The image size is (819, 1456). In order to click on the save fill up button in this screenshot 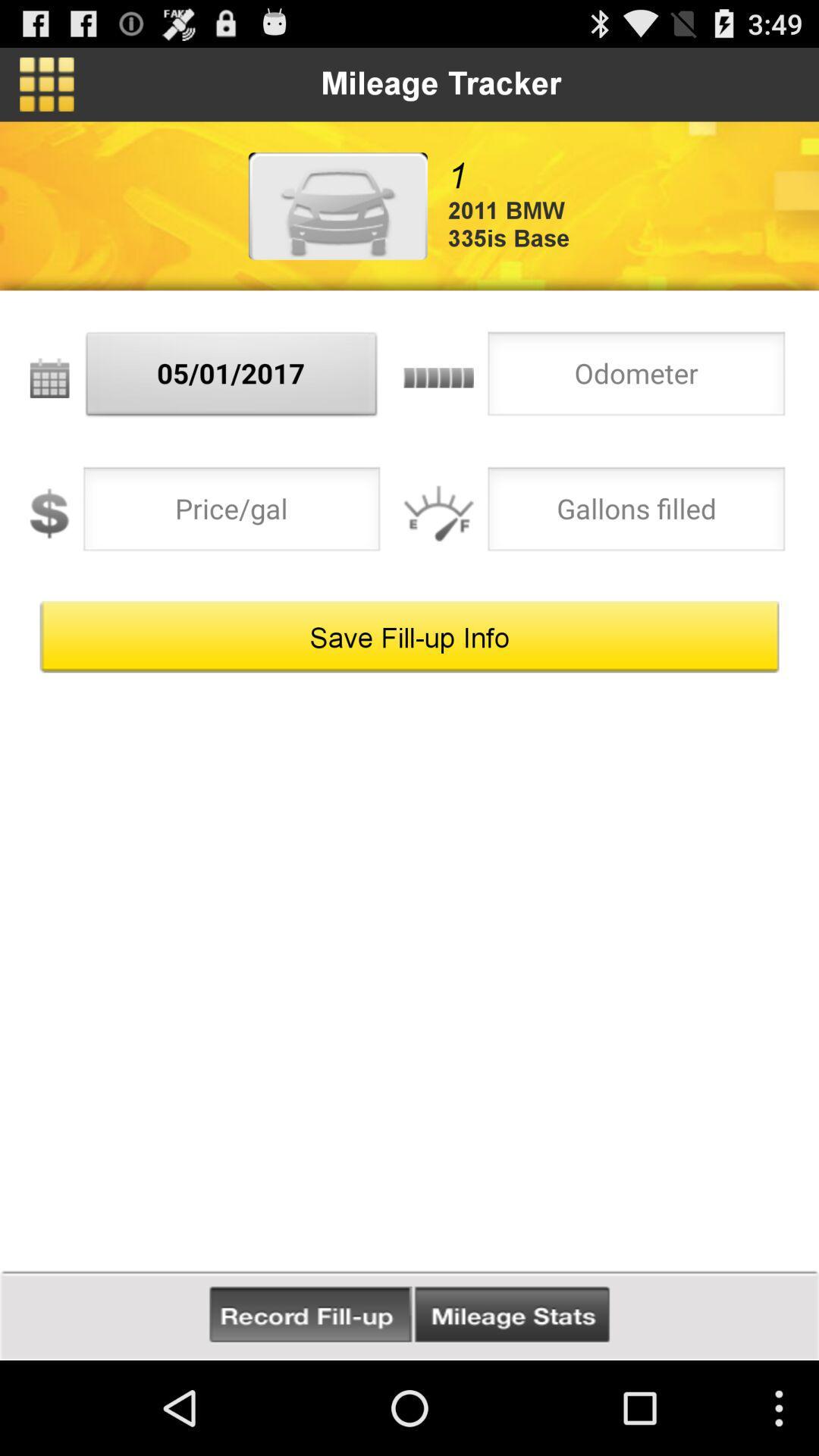, I will do `click(409, 637)`.